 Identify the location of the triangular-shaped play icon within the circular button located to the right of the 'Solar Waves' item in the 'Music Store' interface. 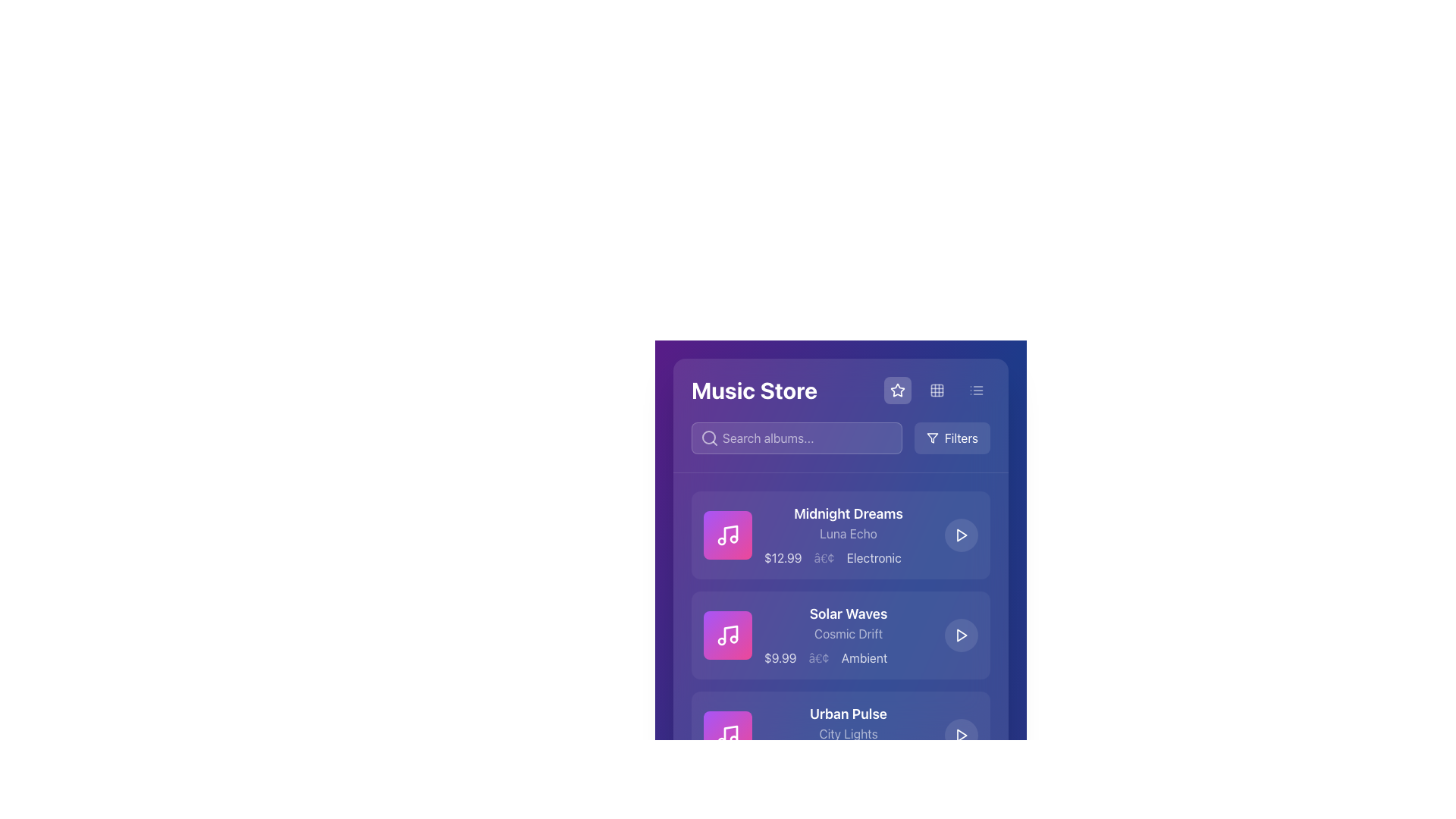
(961, 635).